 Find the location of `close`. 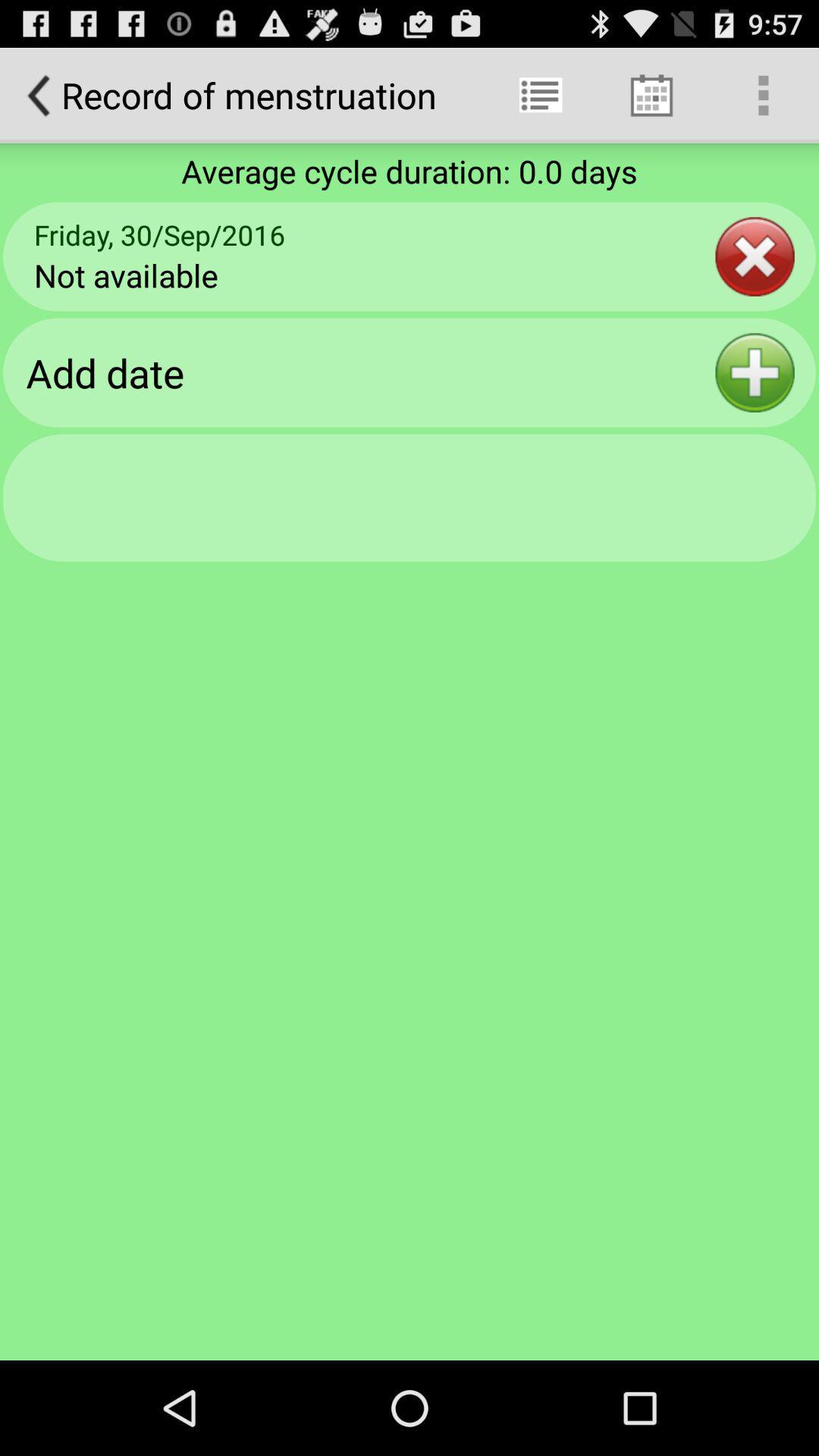

close is located at coordinates (755, 256).